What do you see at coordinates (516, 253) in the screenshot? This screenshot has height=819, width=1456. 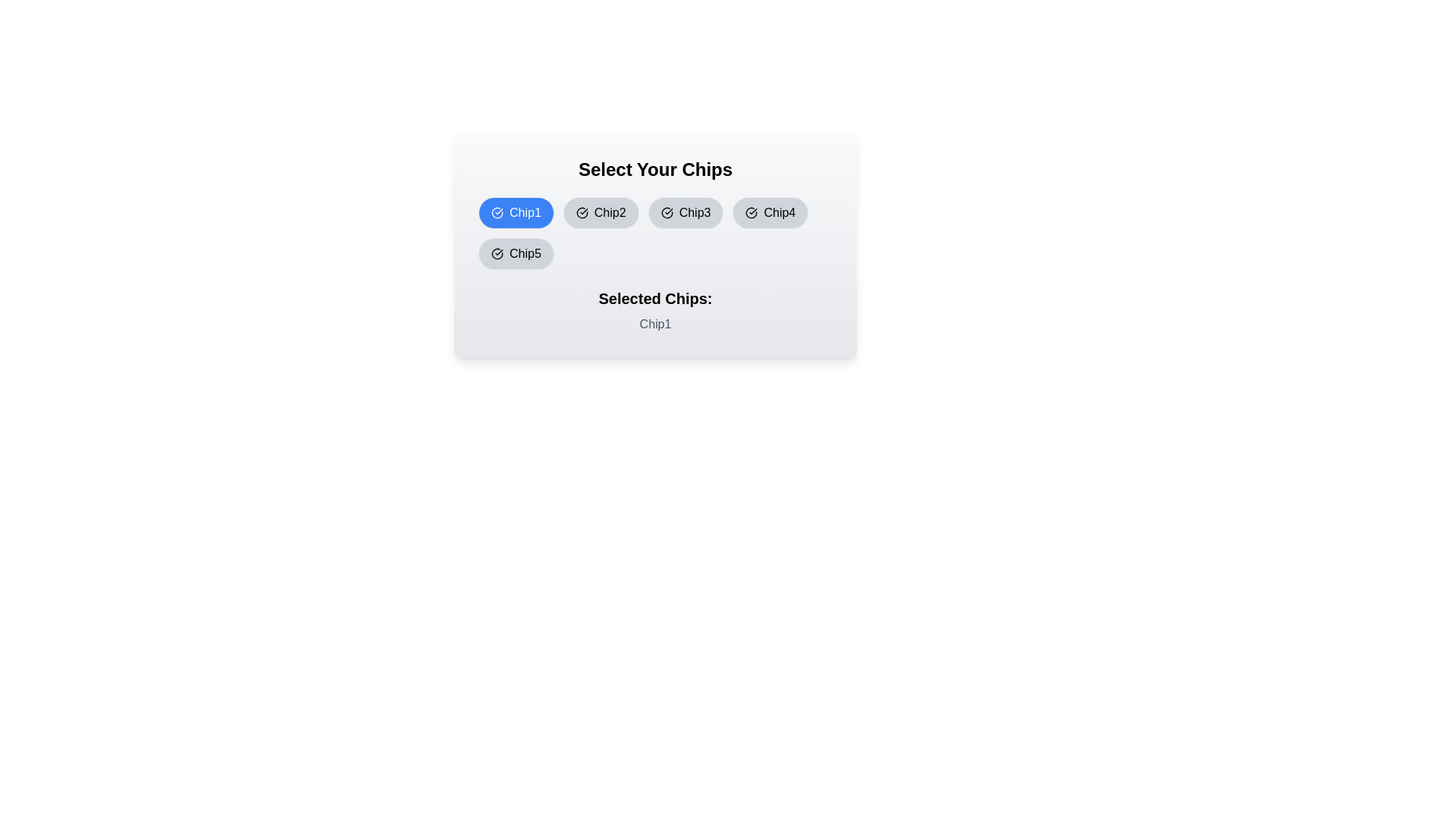 I see `the chip labeled Chip5` at bounding box center [516, 253].